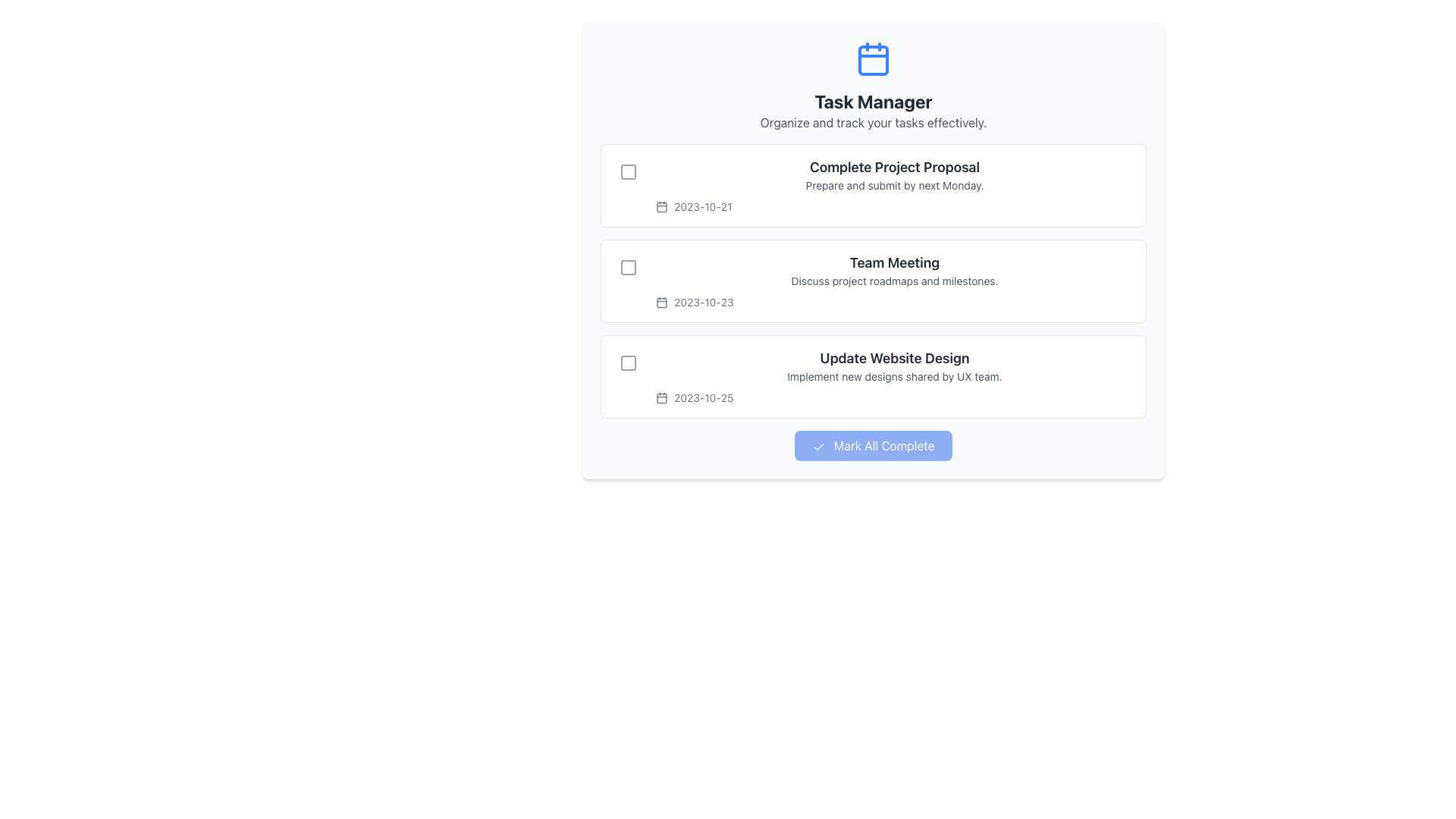 The image size is (1456, 819). I want to click on the button that marks all tasks as complete, so click(874, 444).